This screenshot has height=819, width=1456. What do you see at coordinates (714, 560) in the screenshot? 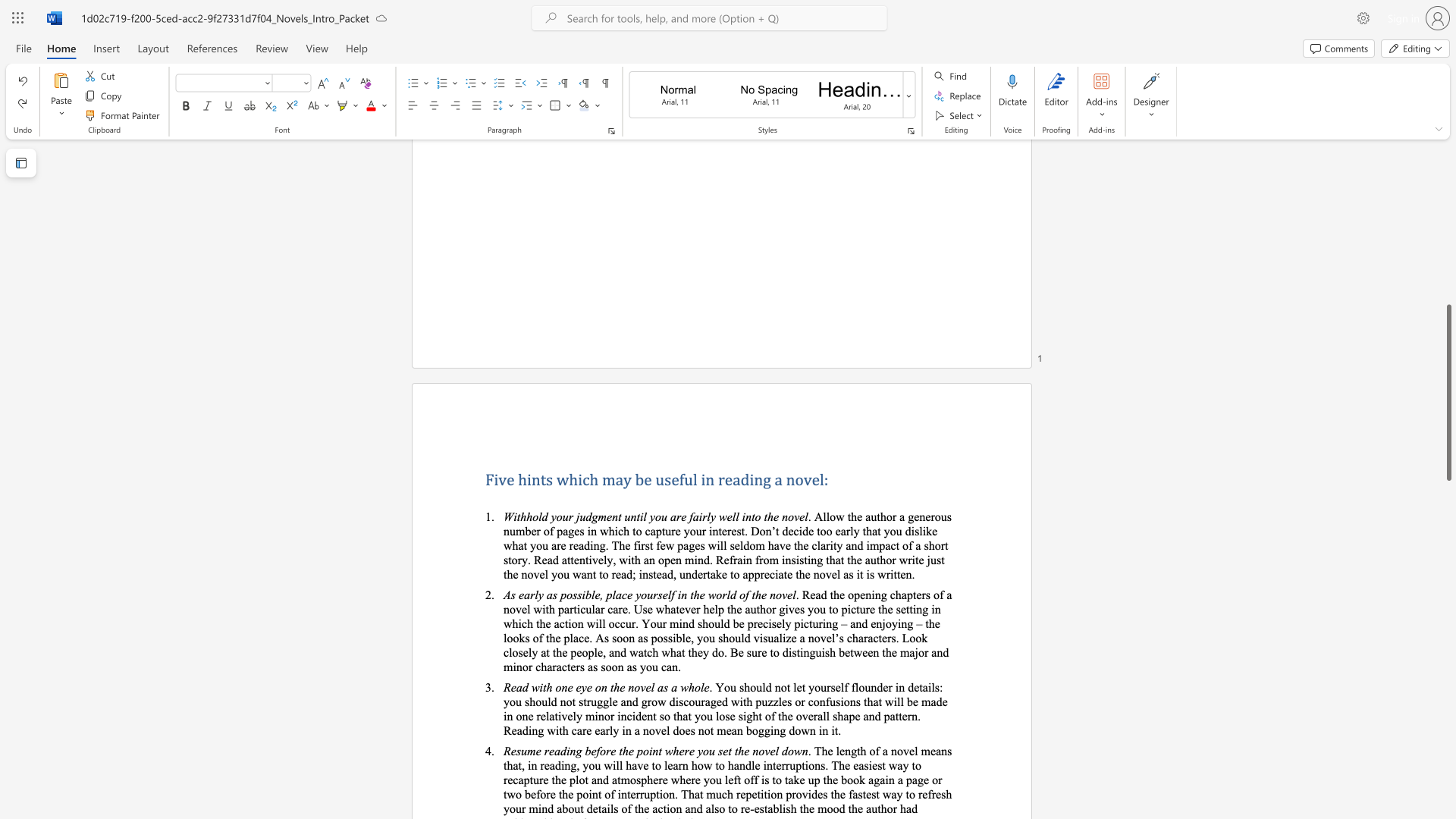
I see `the subset text "Refrain from insisting that the author write just the novel you w" within the text ". Allow the author a generous number of pages in which to capture your interest. Don’t decide too early that you dislike what you are reading. The first few pages will seldom have the clarity and impact of a short story. Read attentively, with an open mind. Refrain from insisting that the author write just the novel you want to read; instead, undertake to appreciate the novel as it is written."` at bounding box center [714, 560].